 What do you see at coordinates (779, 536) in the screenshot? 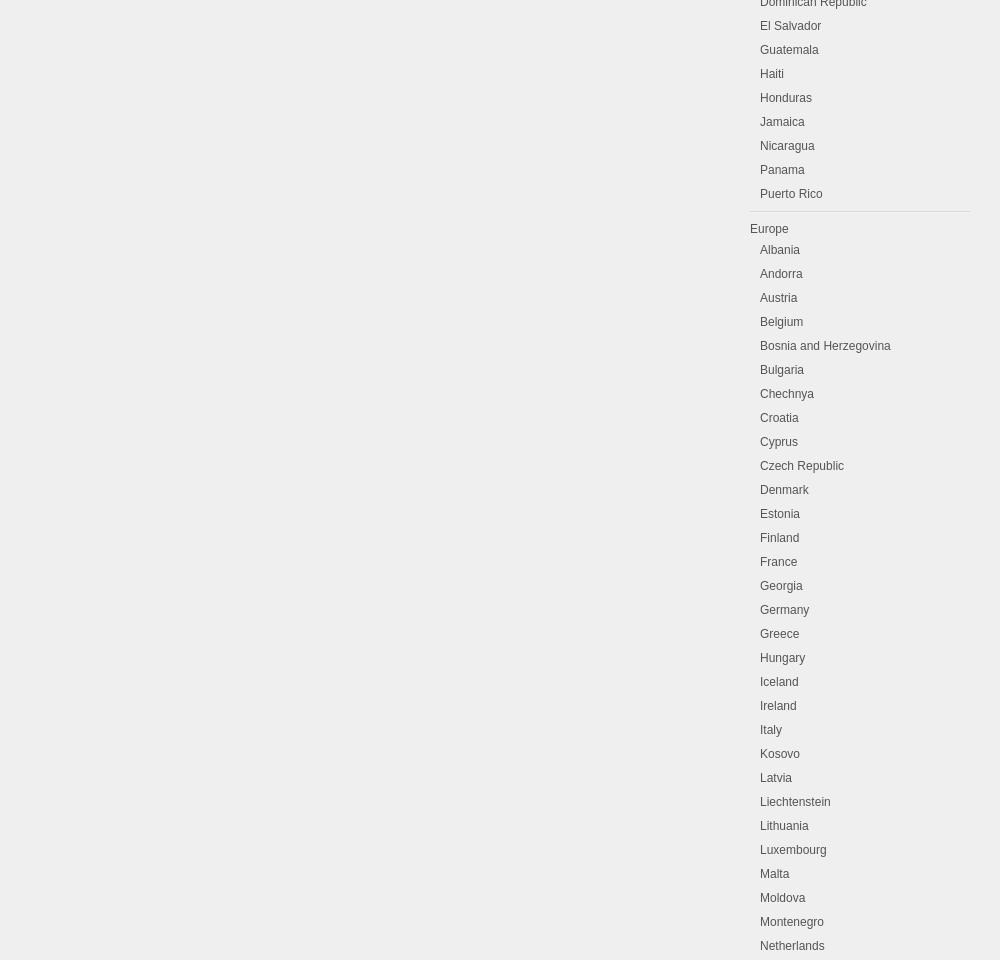
I see `'Finland'` at bounding box center [779, 536].